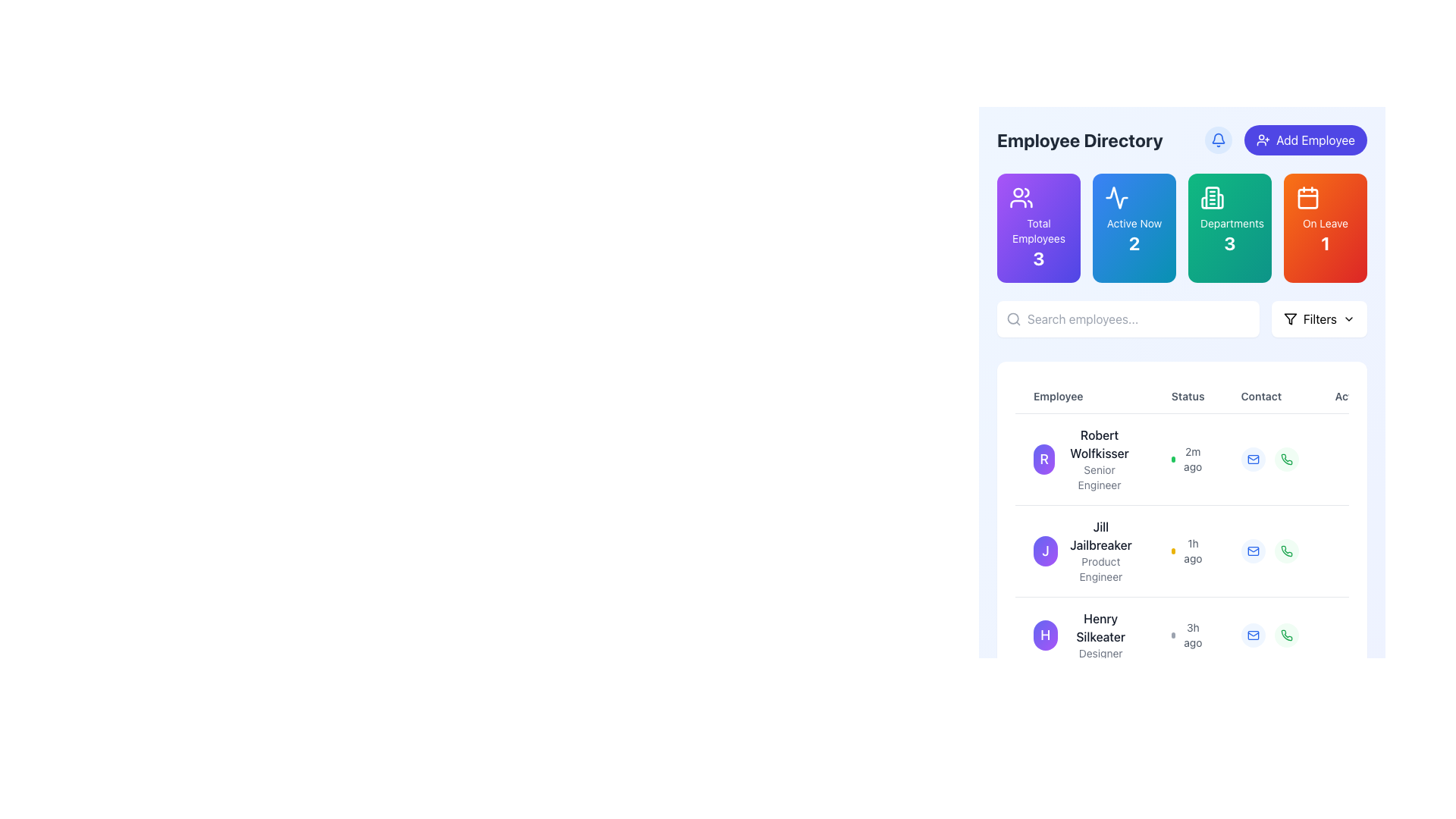  Describe the element at coordinates (1319, 318) in the screenshot. I see `the 'Filters' text label located in the upper-right region of the interface, which is part of a filter button or dropdown menu for the employee directory` at that location.